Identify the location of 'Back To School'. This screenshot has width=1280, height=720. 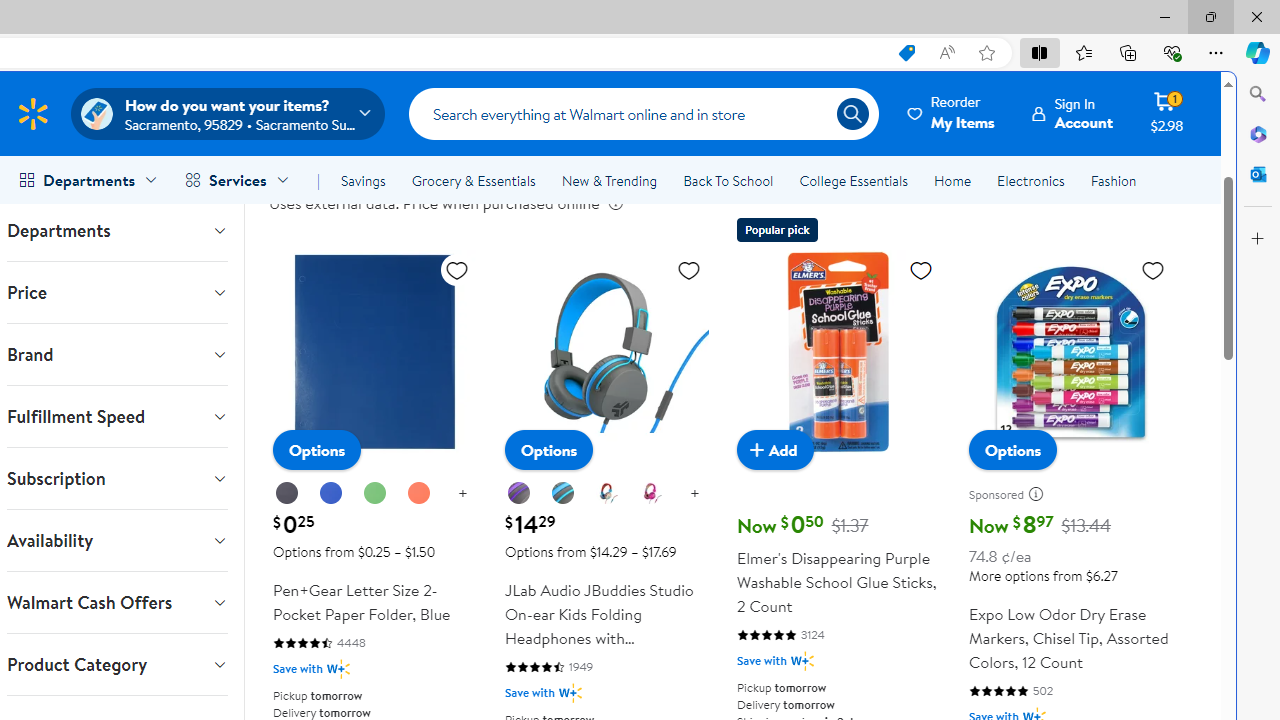
(727, 181).